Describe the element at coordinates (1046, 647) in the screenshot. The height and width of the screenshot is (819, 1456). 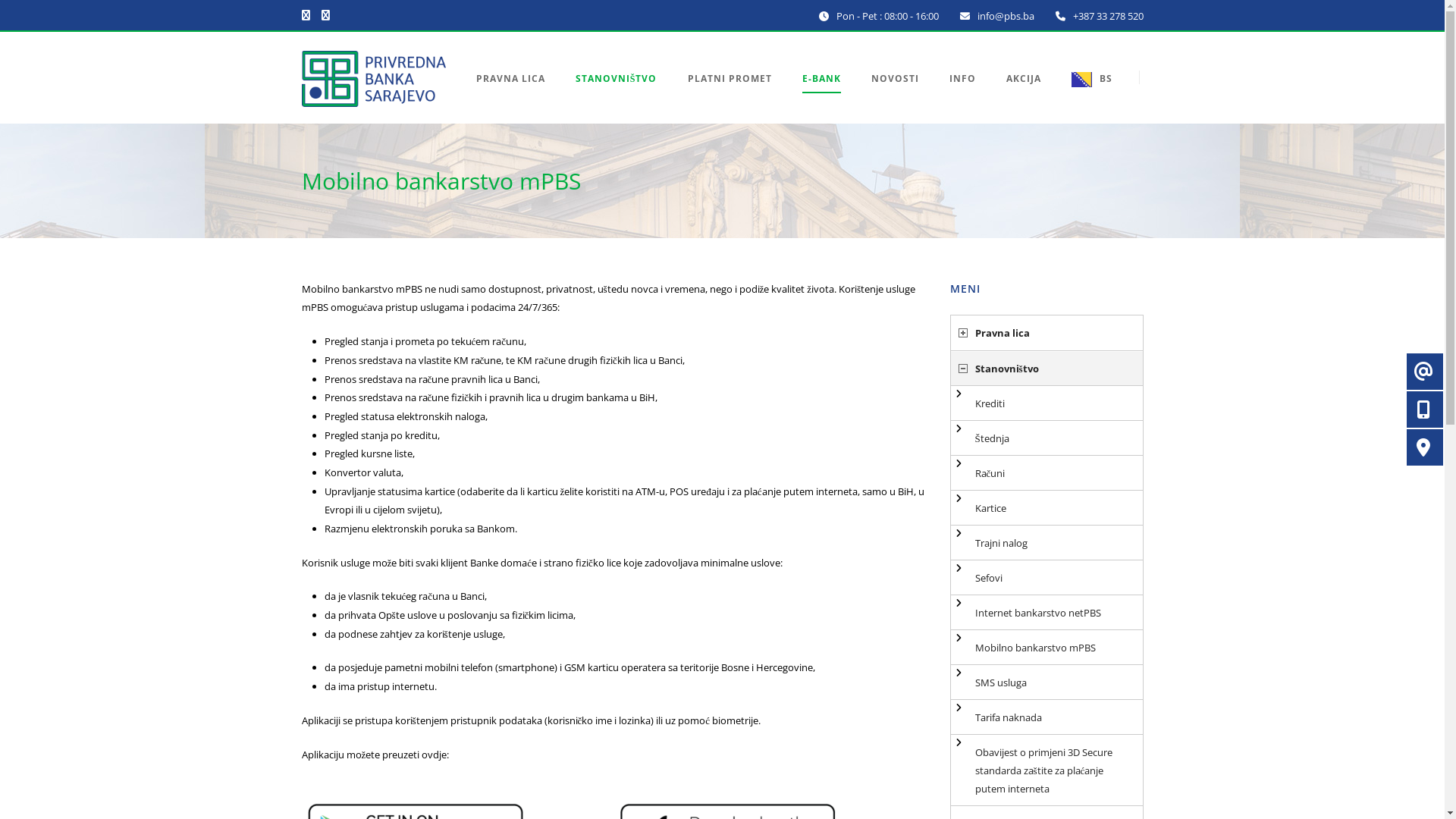
I see `'Mobilno bankarstvo mPBS'` at that location.